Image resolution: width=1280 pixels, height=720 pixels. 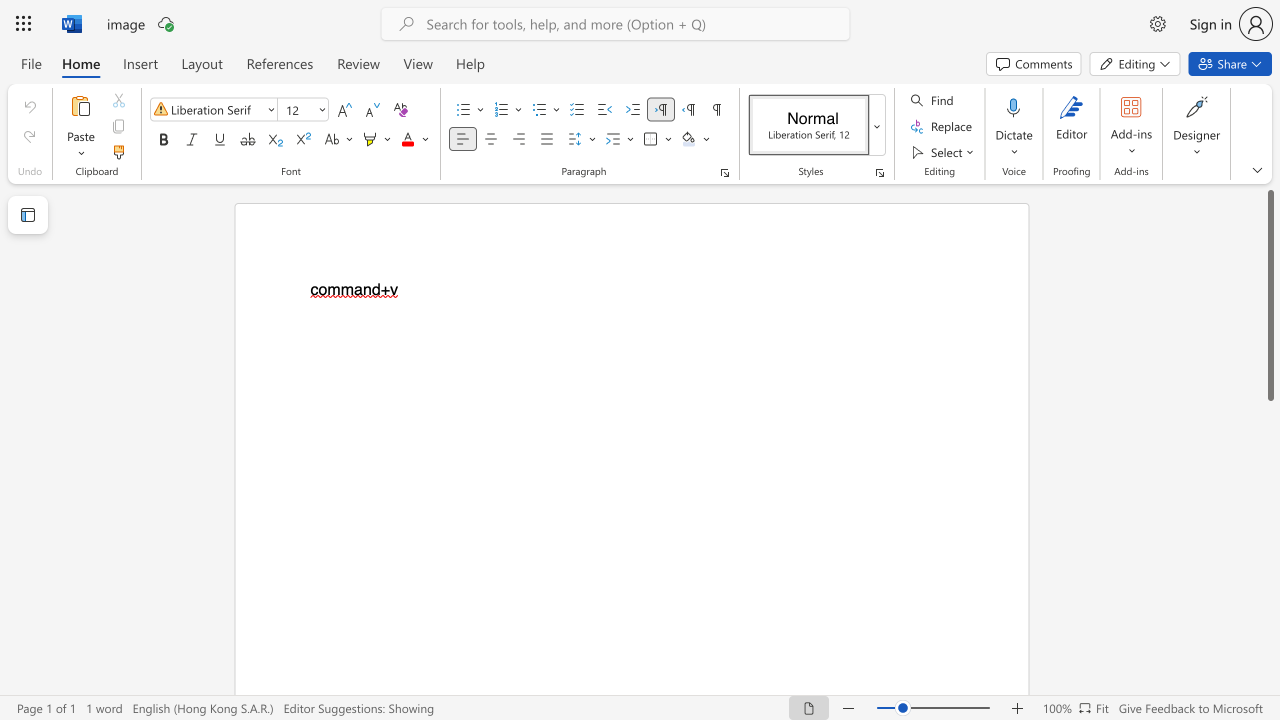 What do you see at coordinates (1269, 508) in the screenshot?
I see `the scrollbar to move the view down` at bounding box center [1269, 508].